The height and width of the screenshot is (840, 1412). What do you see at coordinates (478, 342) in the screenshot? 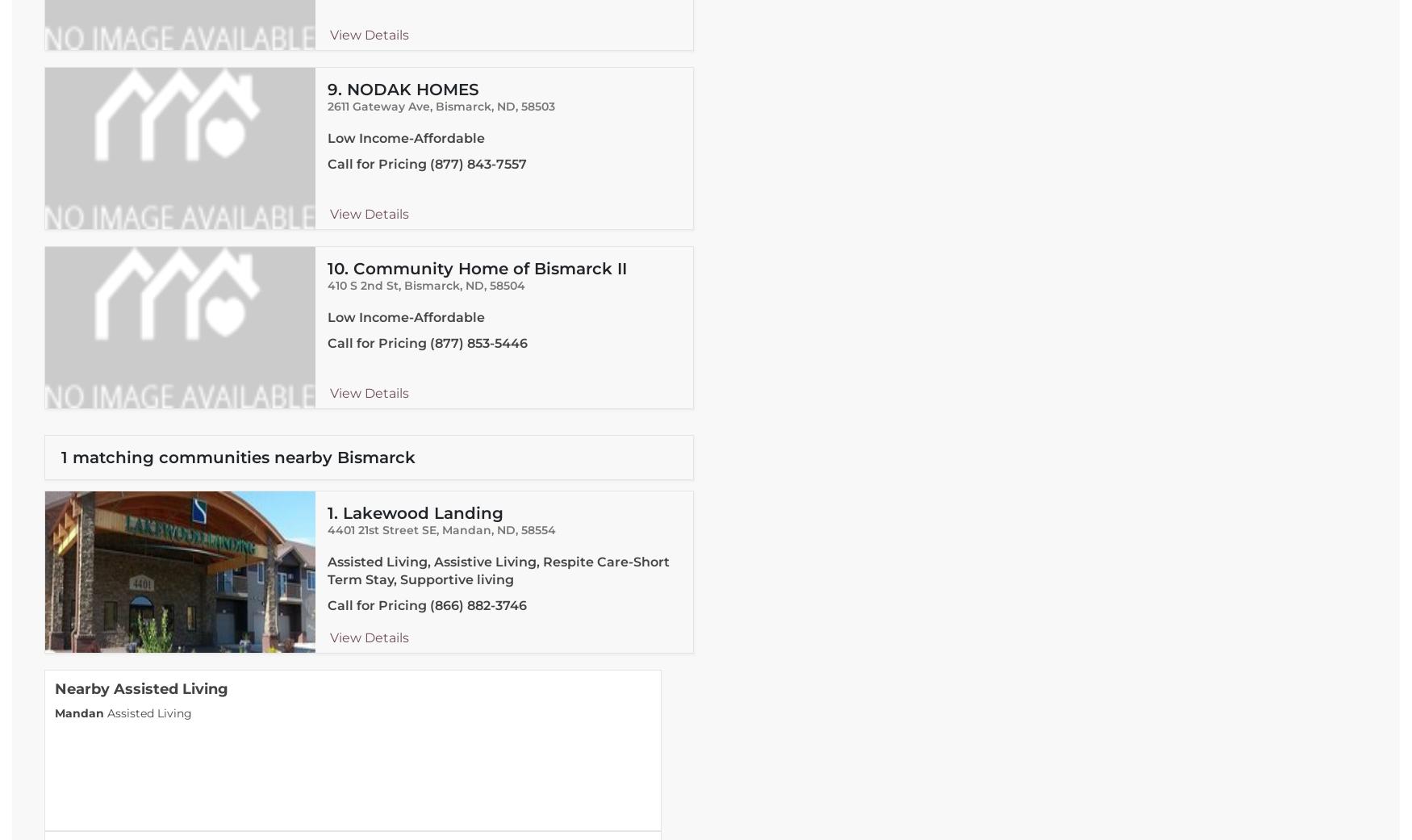
I see `'(877) 853-5446'` at bounding box center [478, 342].